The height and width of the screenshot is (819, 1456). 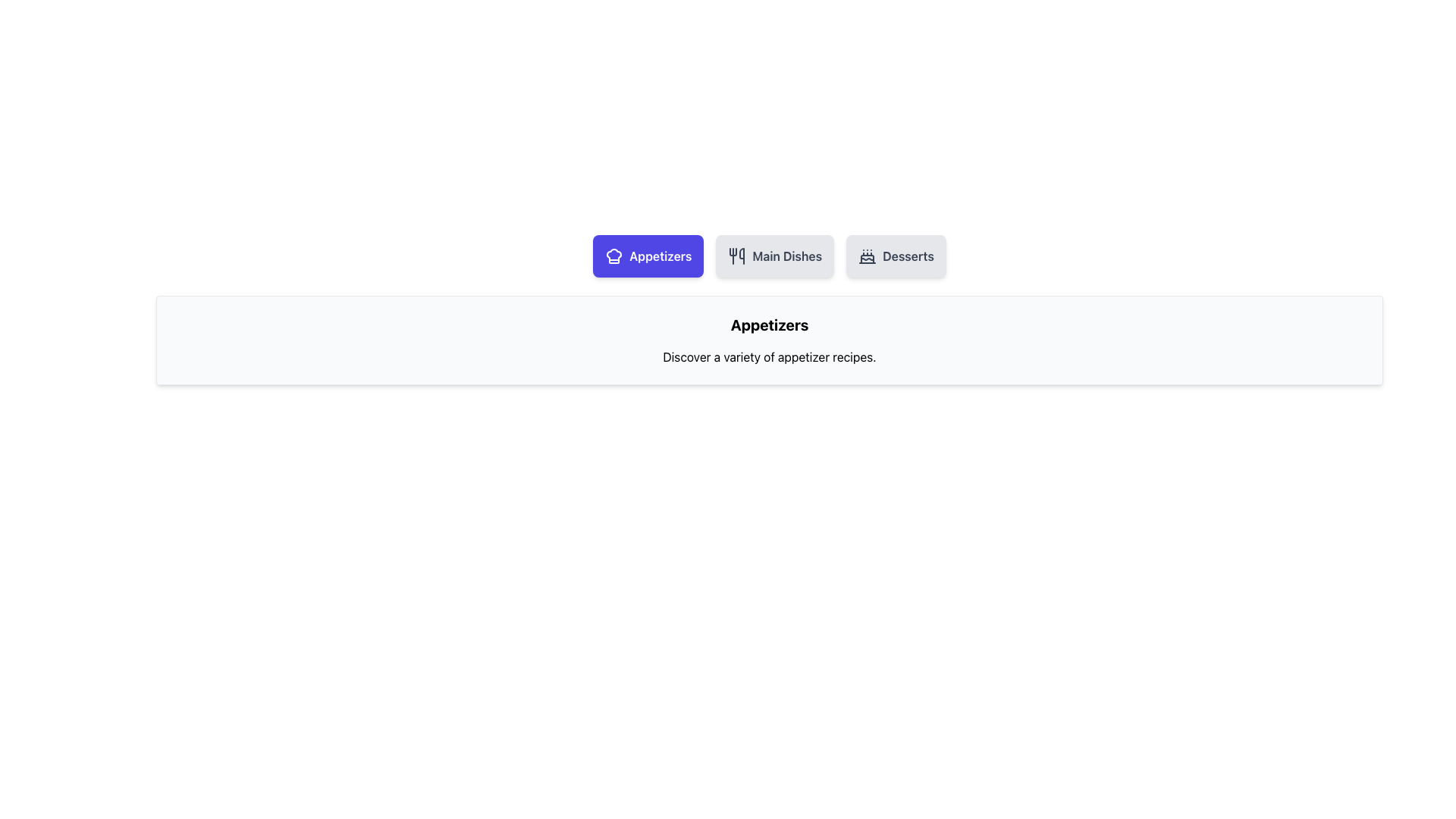 I want to click on the dessert navigation button using Tab navigation, so click(x=896, y=256).